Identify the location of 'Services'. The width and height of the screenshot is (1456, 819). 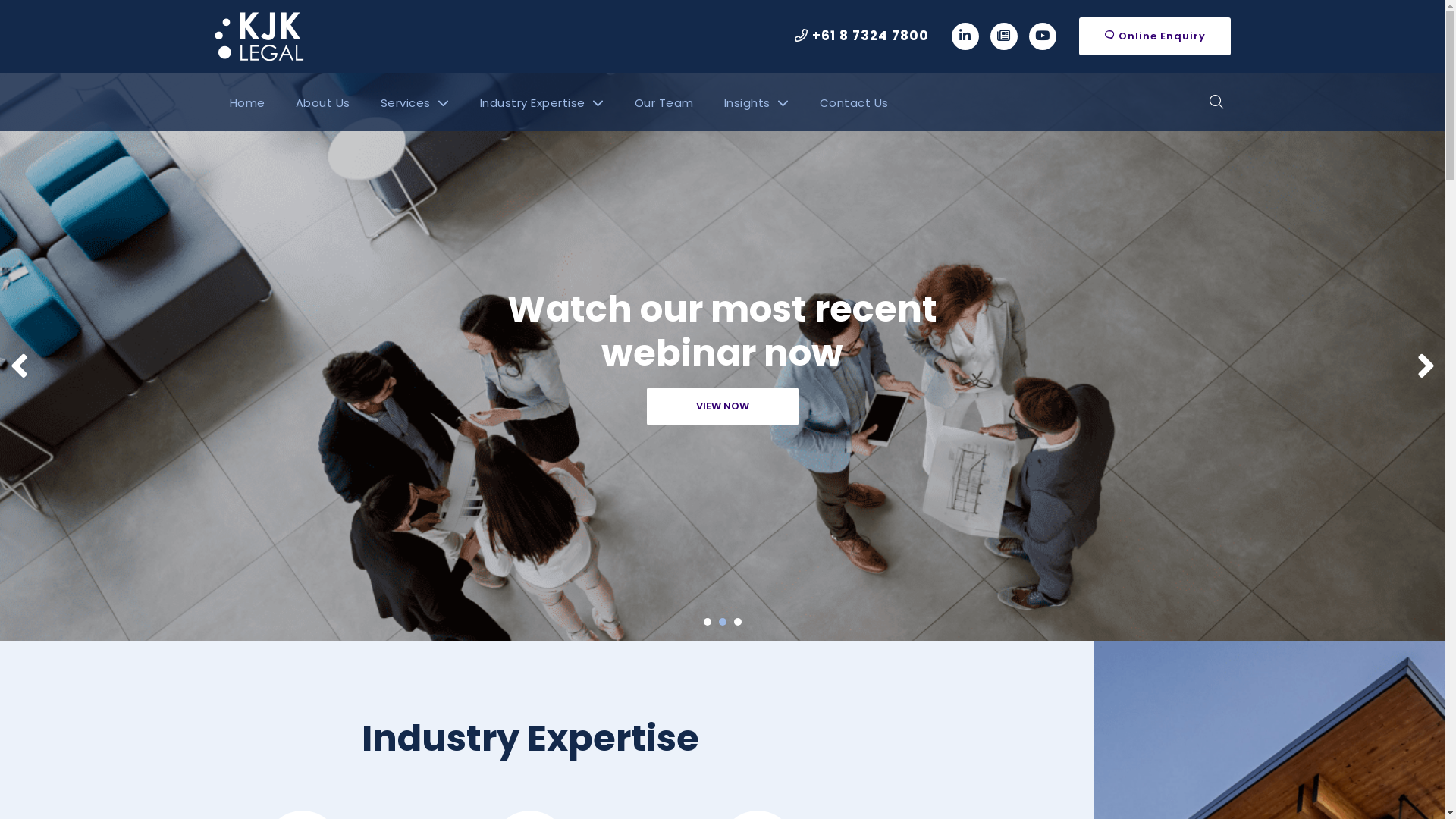
(365, 102).